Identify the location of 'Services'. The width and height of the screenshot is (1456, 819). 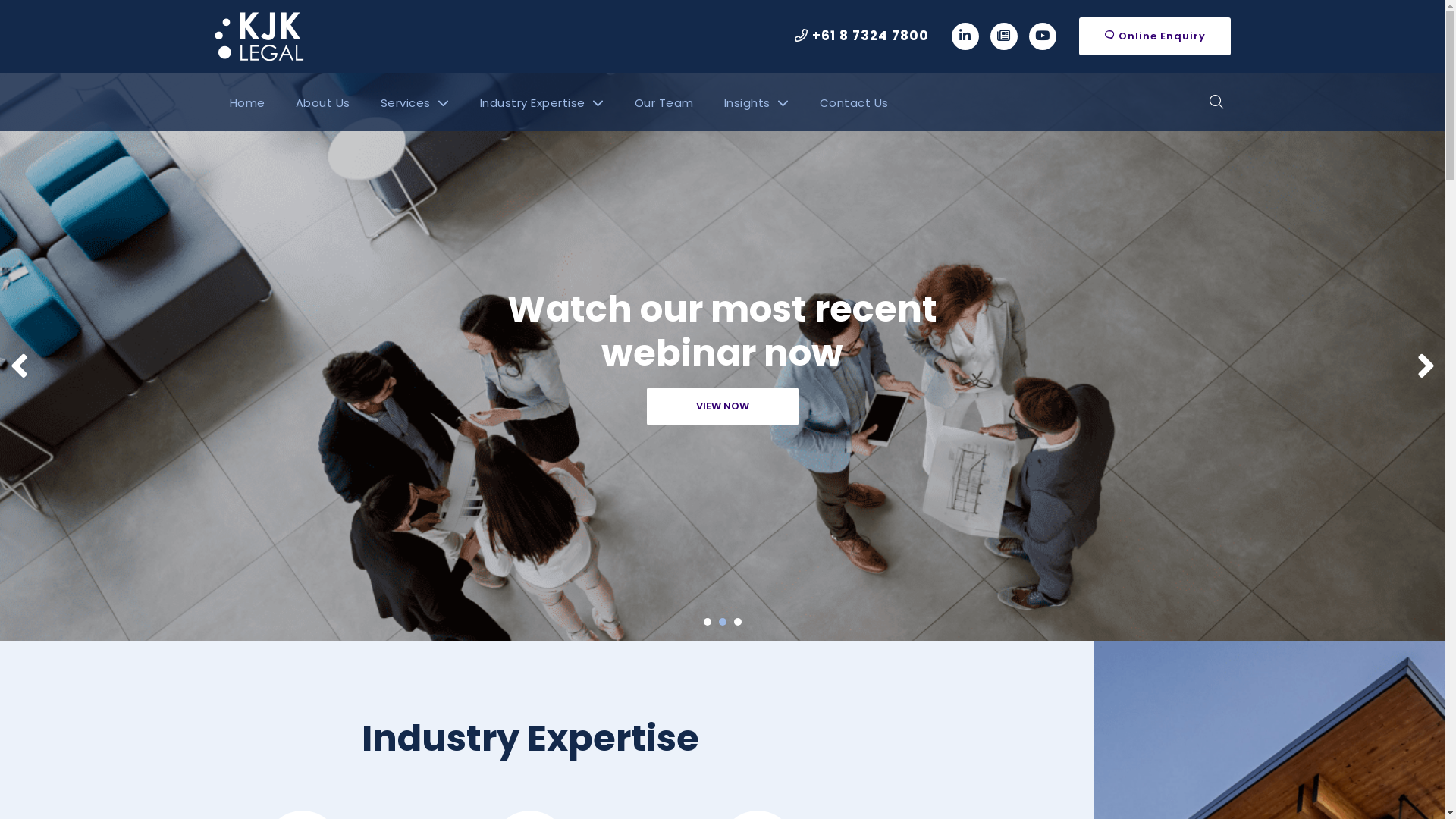
(365, 102).